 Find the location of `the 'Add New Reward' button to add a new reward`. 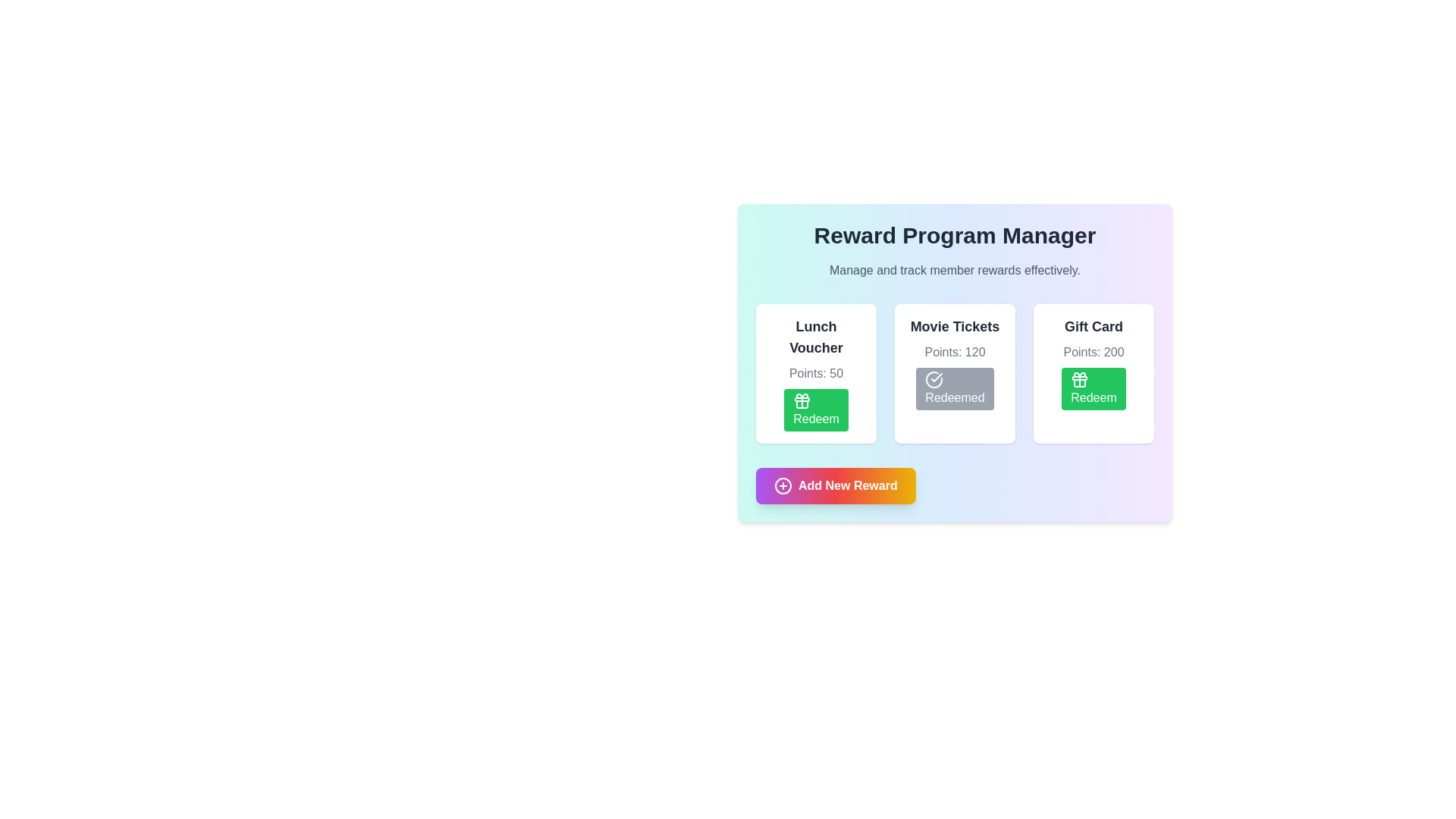

the 'Add New Reward' button to add a new reward is located at coordinates (835, 485).